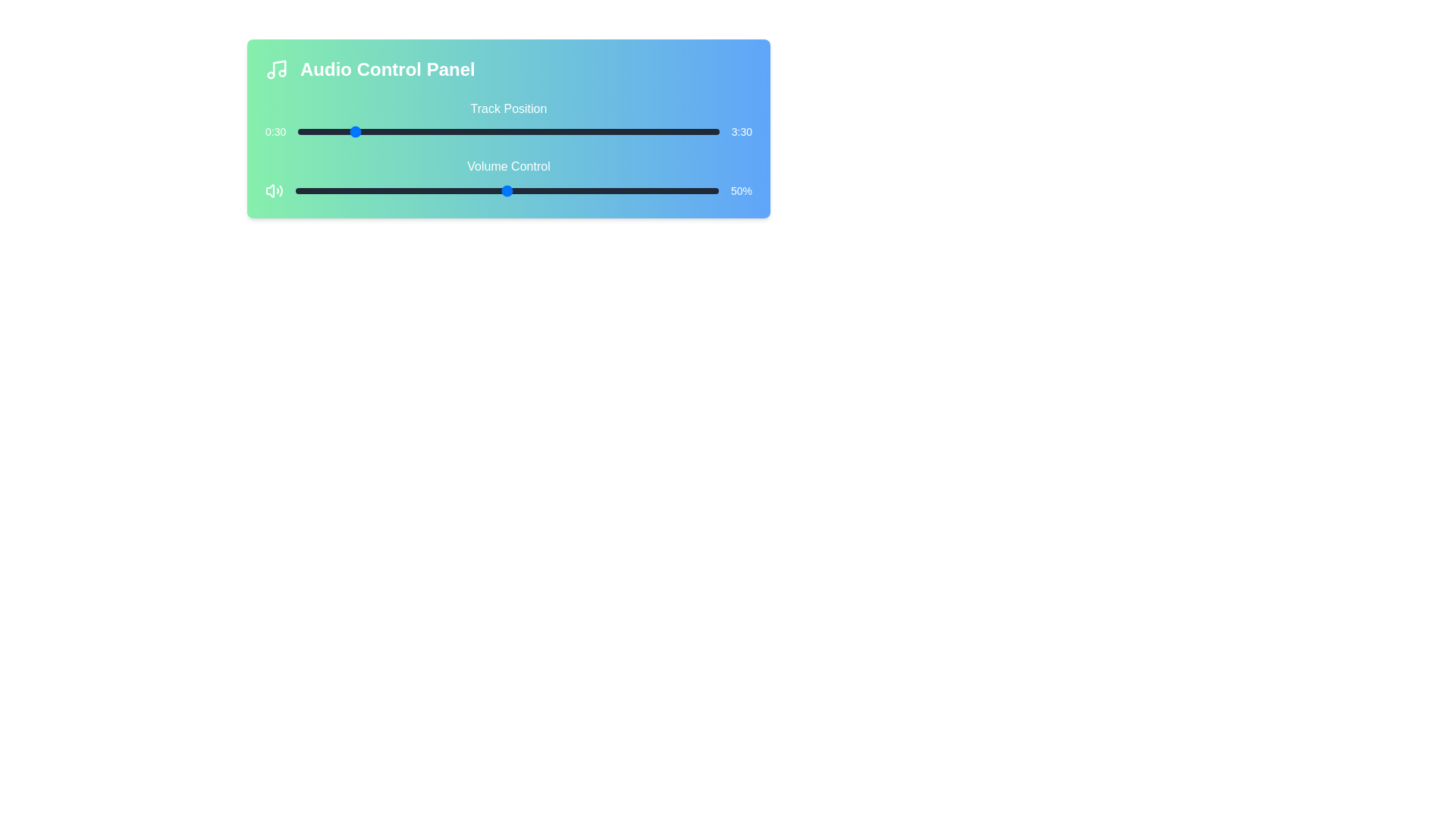 The width and height of the screenshot is (1456, 819). Describe the element at coordinates (443, 190) in the screenshot. I see `the volume level to 35%` at that location.